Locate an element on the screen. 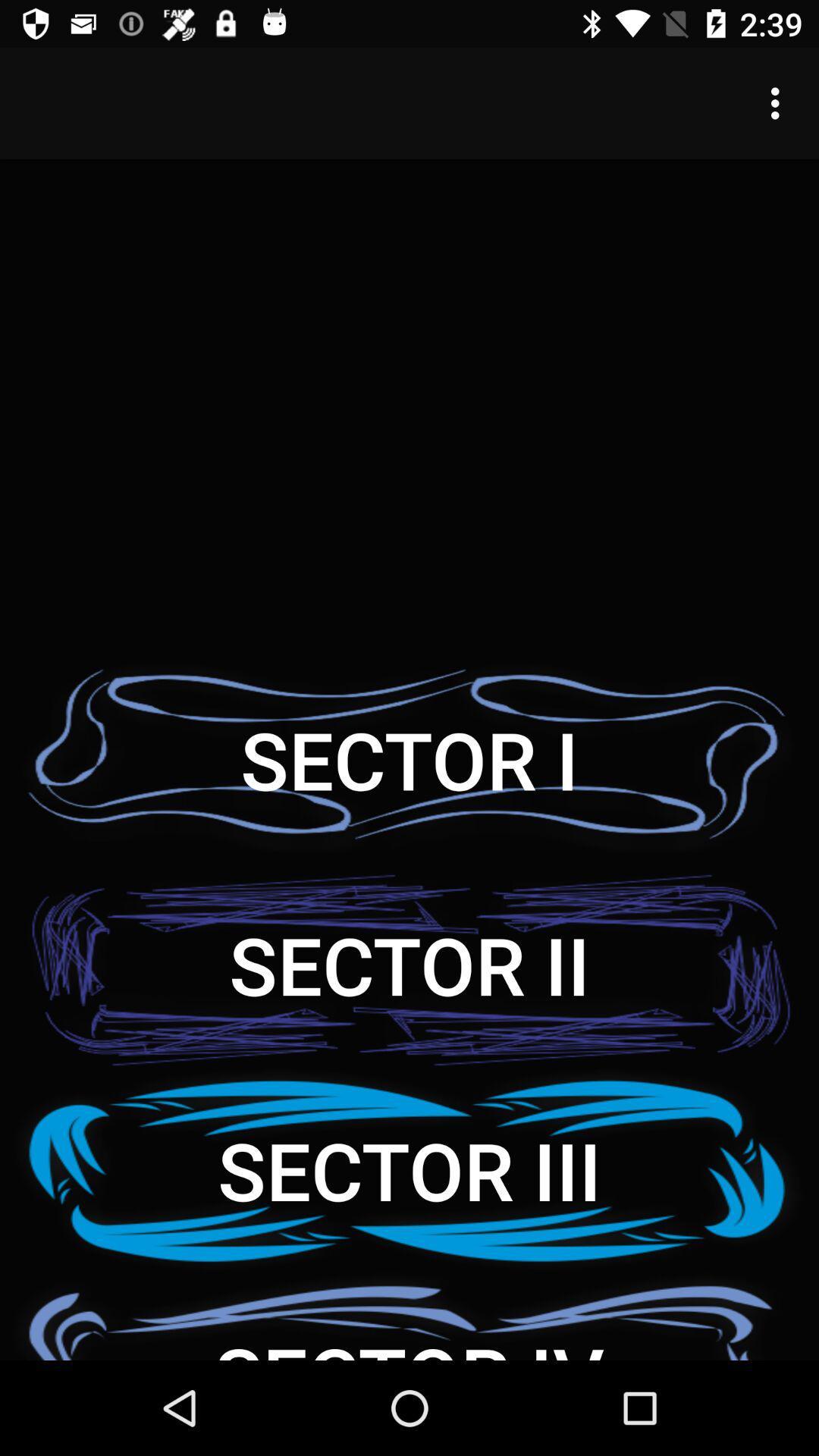 The height and width of the screenshot is (1456, 819). sector ii icon is located at coordinates (409, 964).